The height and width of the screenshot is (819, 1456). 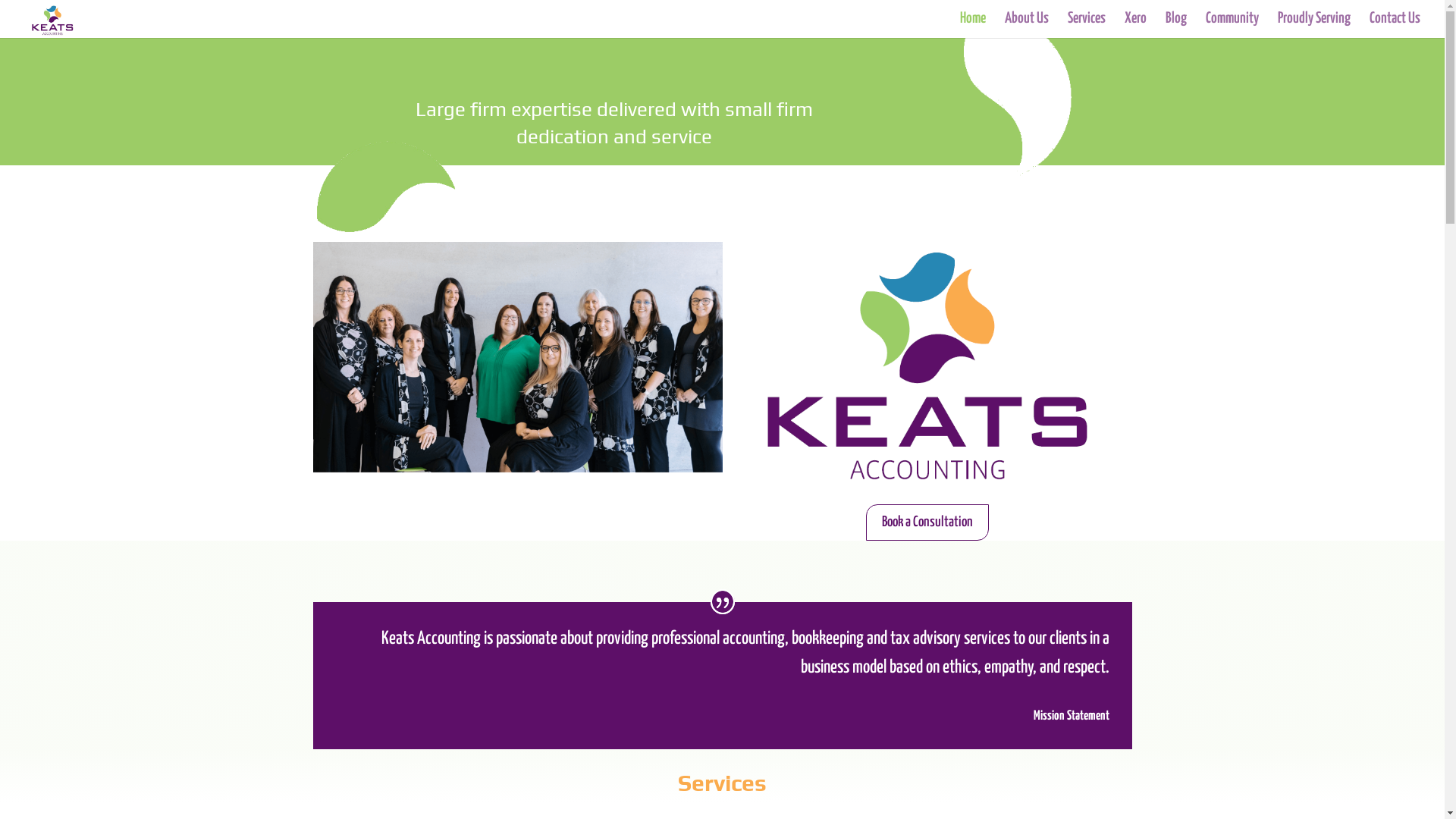 I want to click on 'Contact Us', so click(x=1395, y=26).